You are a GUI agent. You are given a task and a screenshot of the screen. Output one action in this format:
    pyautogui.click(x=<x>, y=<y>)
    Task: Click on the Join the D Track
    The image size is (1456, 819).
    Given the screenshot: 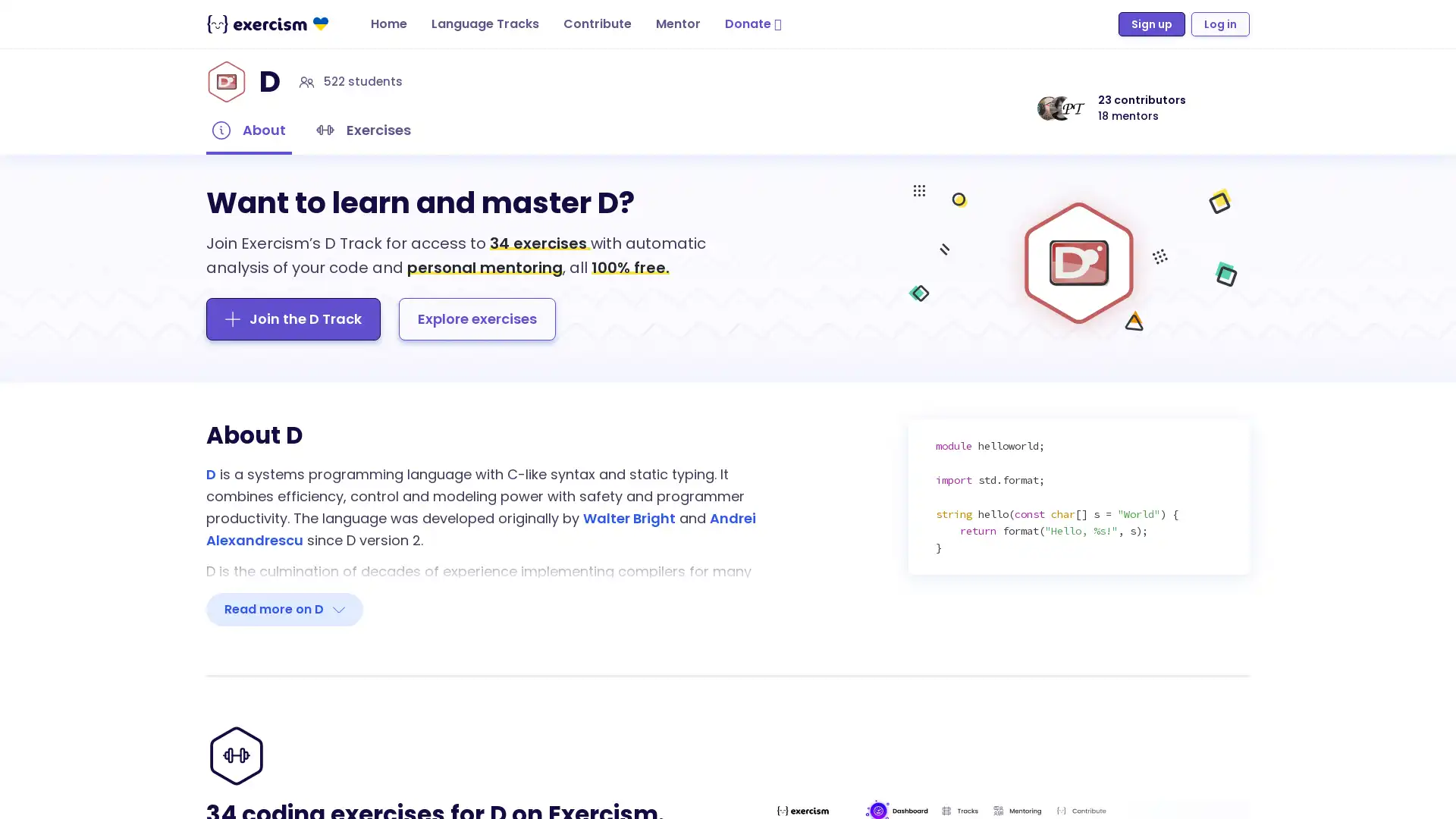 What is the action you would take?
    pyautogui.click(x=293, y=318)
    